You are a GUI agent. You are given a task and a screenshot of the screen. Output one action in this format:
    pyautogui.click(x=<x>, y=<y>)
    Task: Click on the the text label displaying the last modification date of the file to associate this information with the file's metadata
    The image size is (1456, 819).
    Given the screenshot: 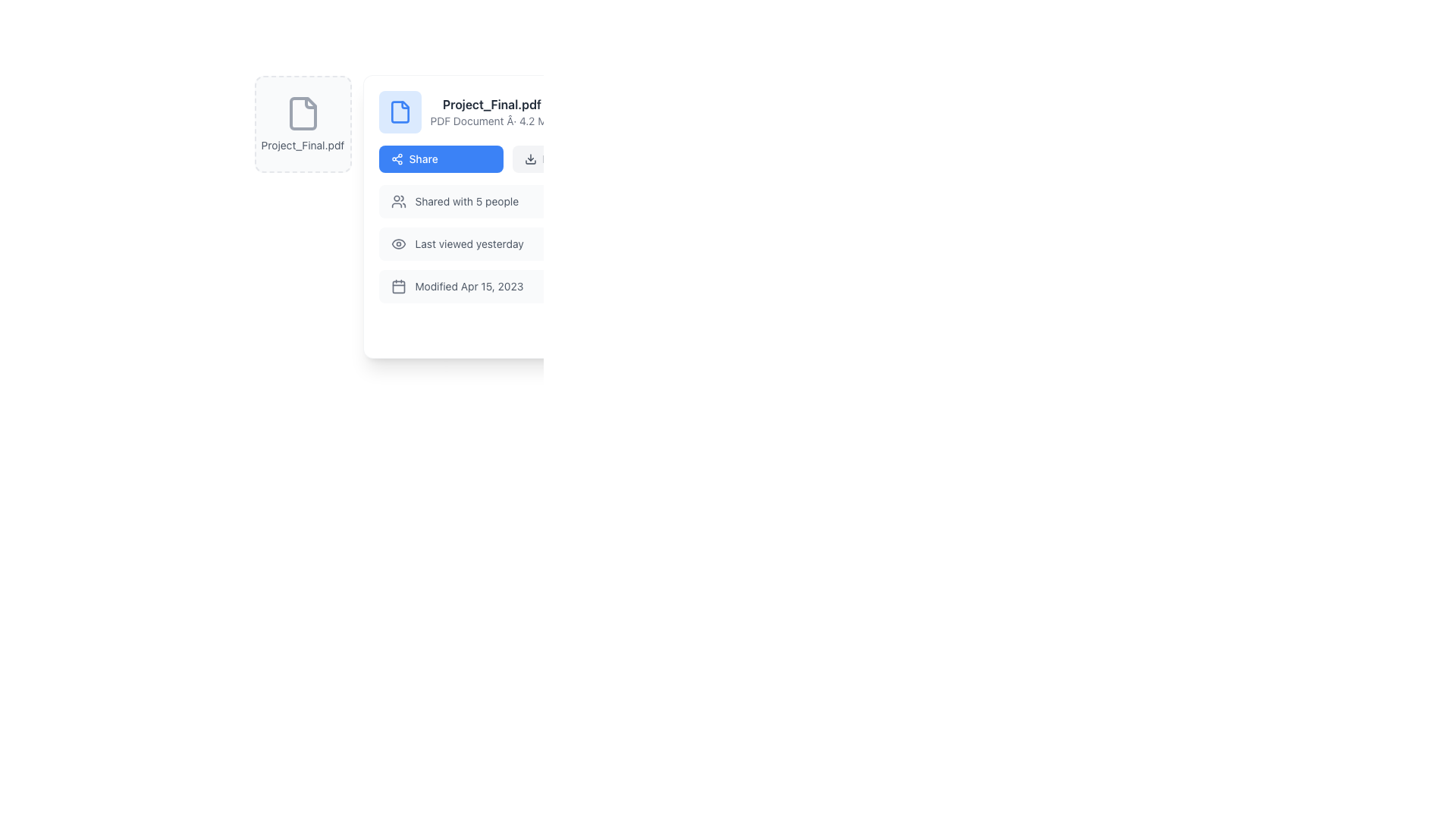 What is the action you would take?
    pyautogui.click(x=469, y=287)
    